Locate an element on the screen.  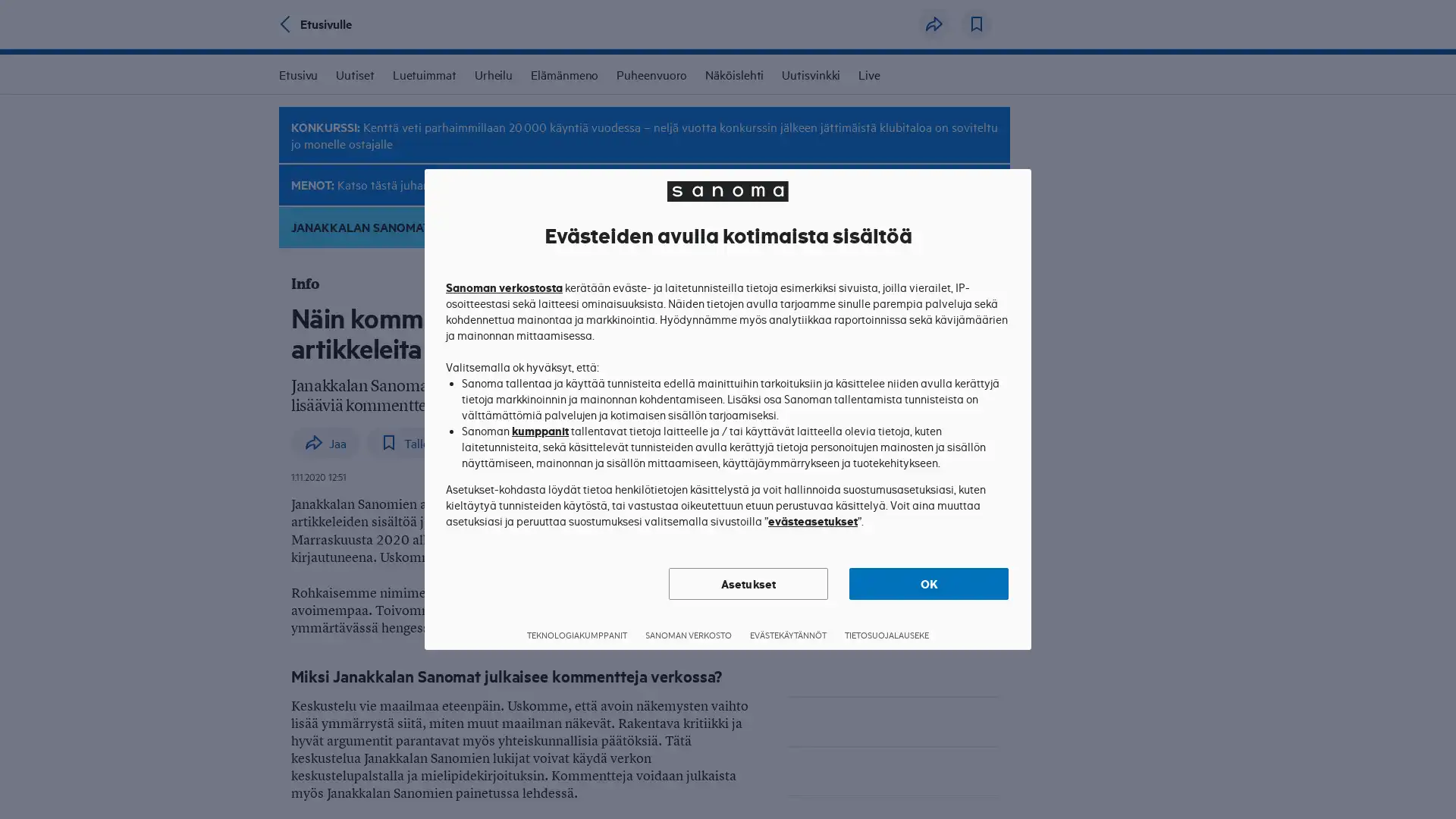
Jaa is located at coordinates (325, 441).